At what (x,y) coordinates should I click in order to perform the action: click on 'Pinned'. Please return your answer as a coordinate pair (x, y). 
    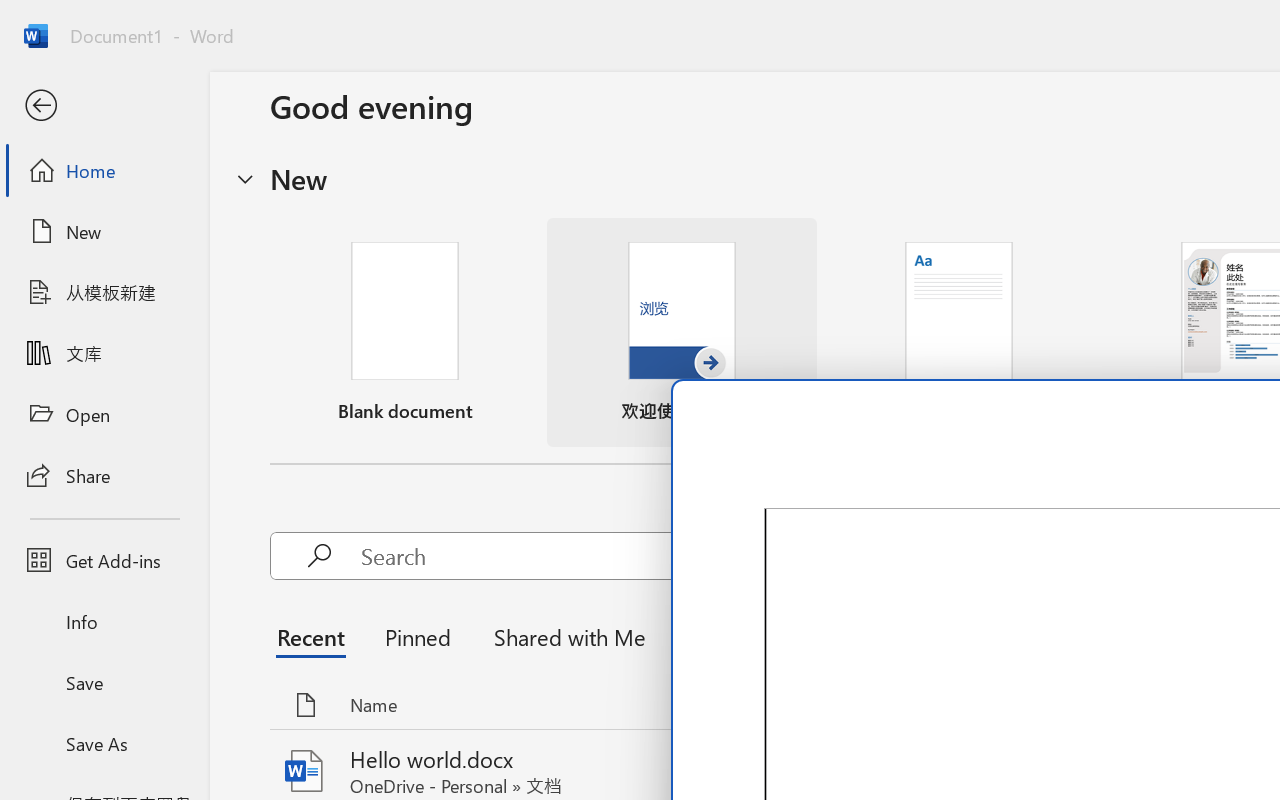
    Looking at the image, I should click on (416, 635).